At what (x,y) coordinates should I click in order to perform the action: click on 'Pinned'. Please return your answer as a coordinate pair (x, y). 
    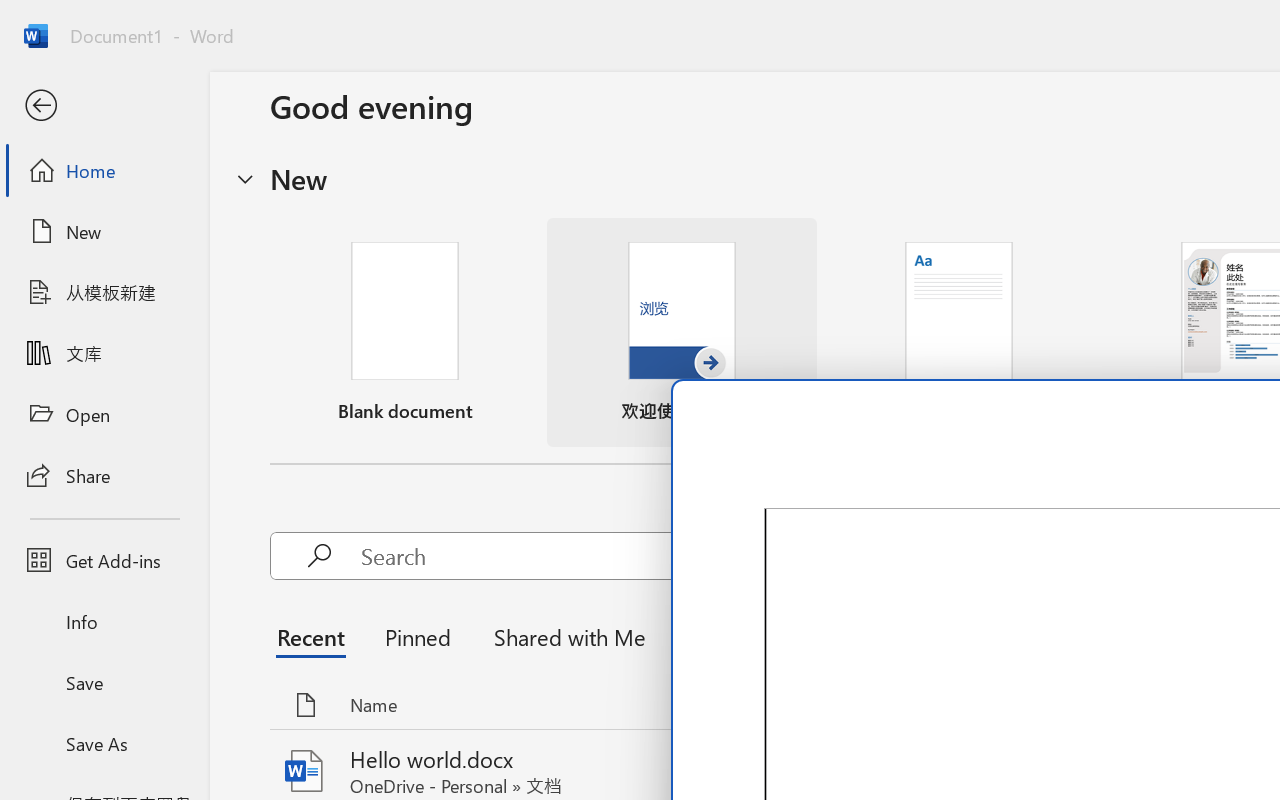
    Looking at the image, I should click on (416, 635).